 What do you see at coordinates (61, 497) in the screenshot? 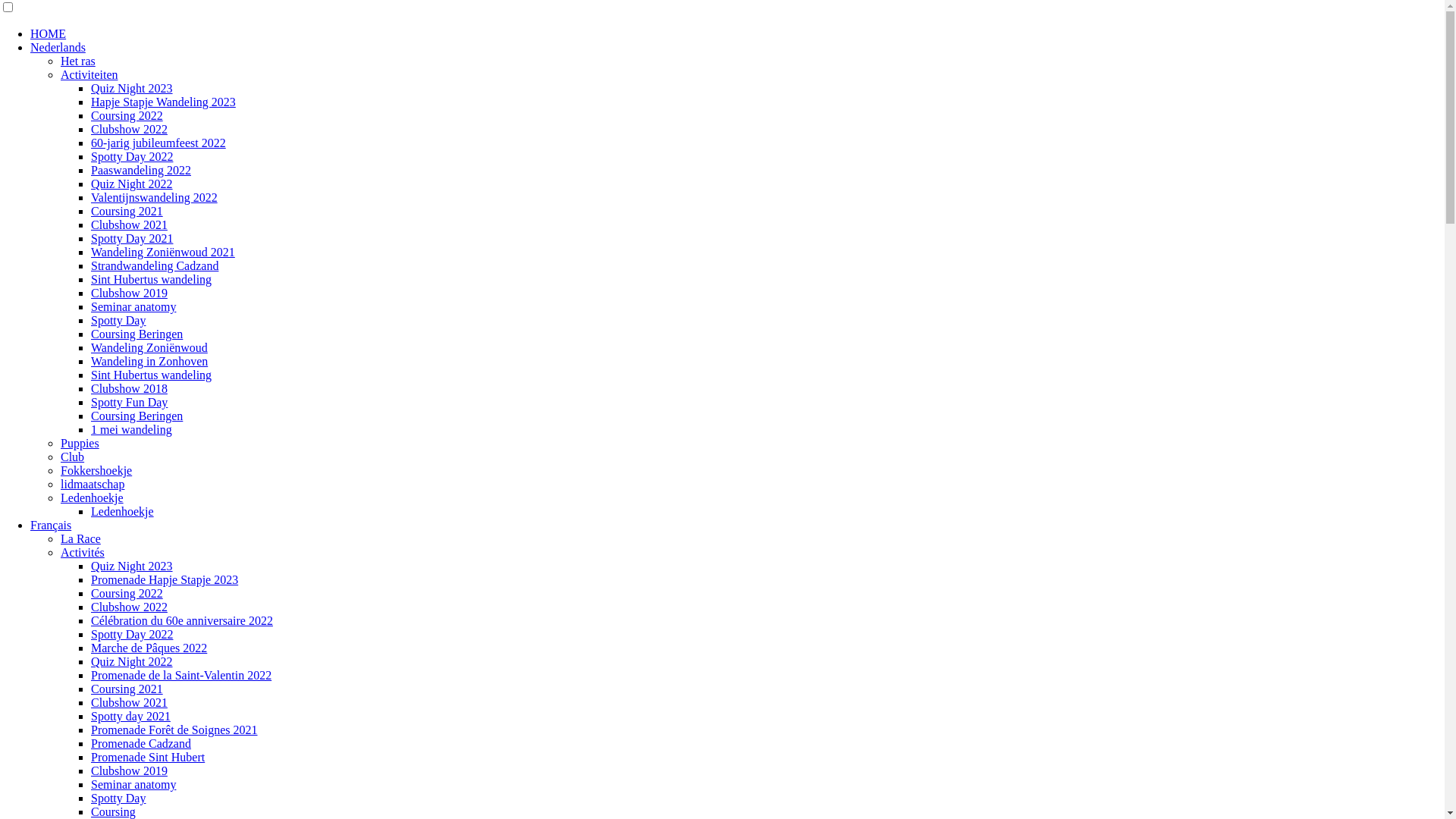
I see `'Ledenhoekje'` at bounding box center [61, 497].